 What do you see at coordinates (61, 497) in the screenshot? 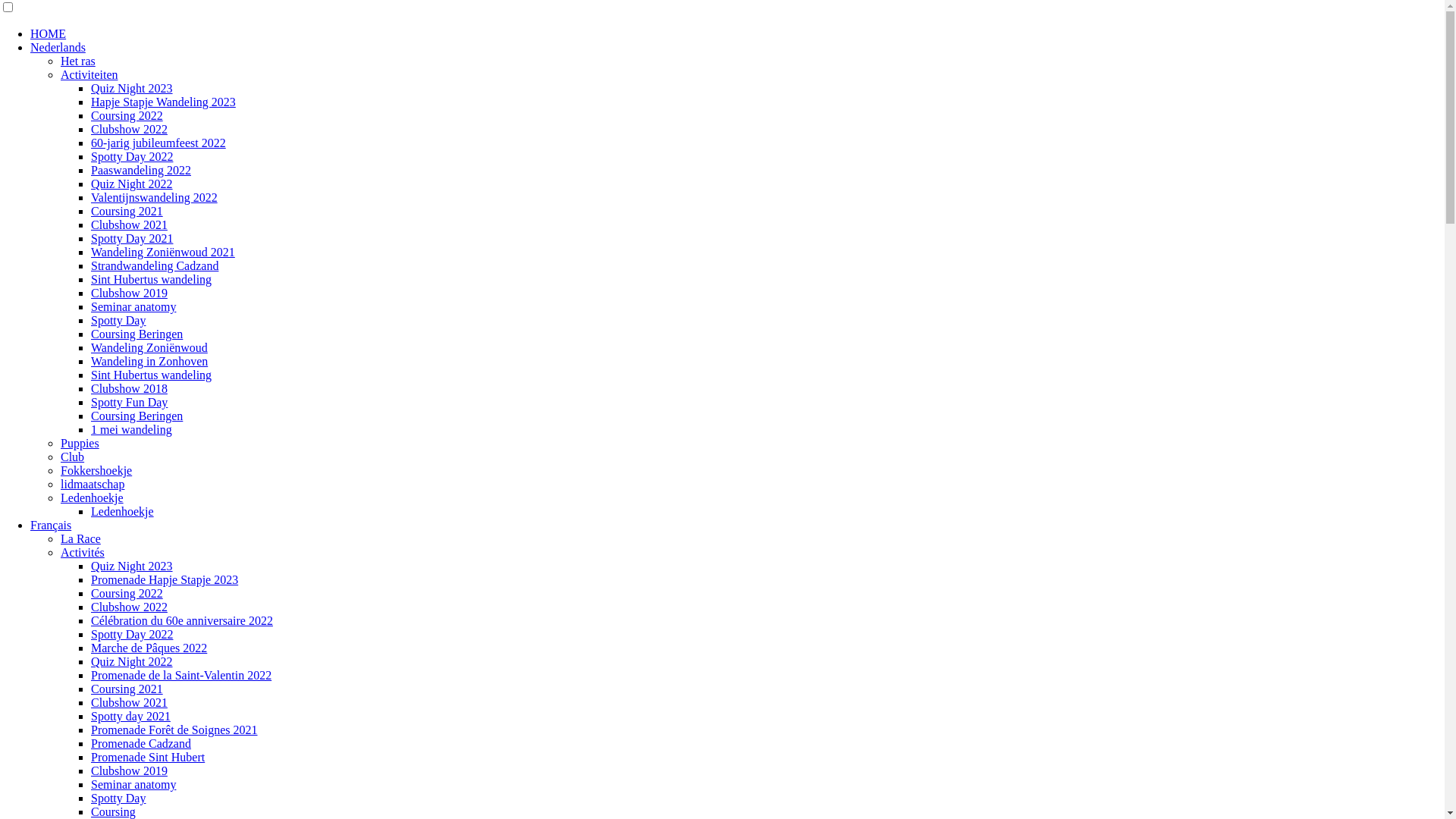
I see `'Ledenhoekje'` at bounding box center [61, 497].